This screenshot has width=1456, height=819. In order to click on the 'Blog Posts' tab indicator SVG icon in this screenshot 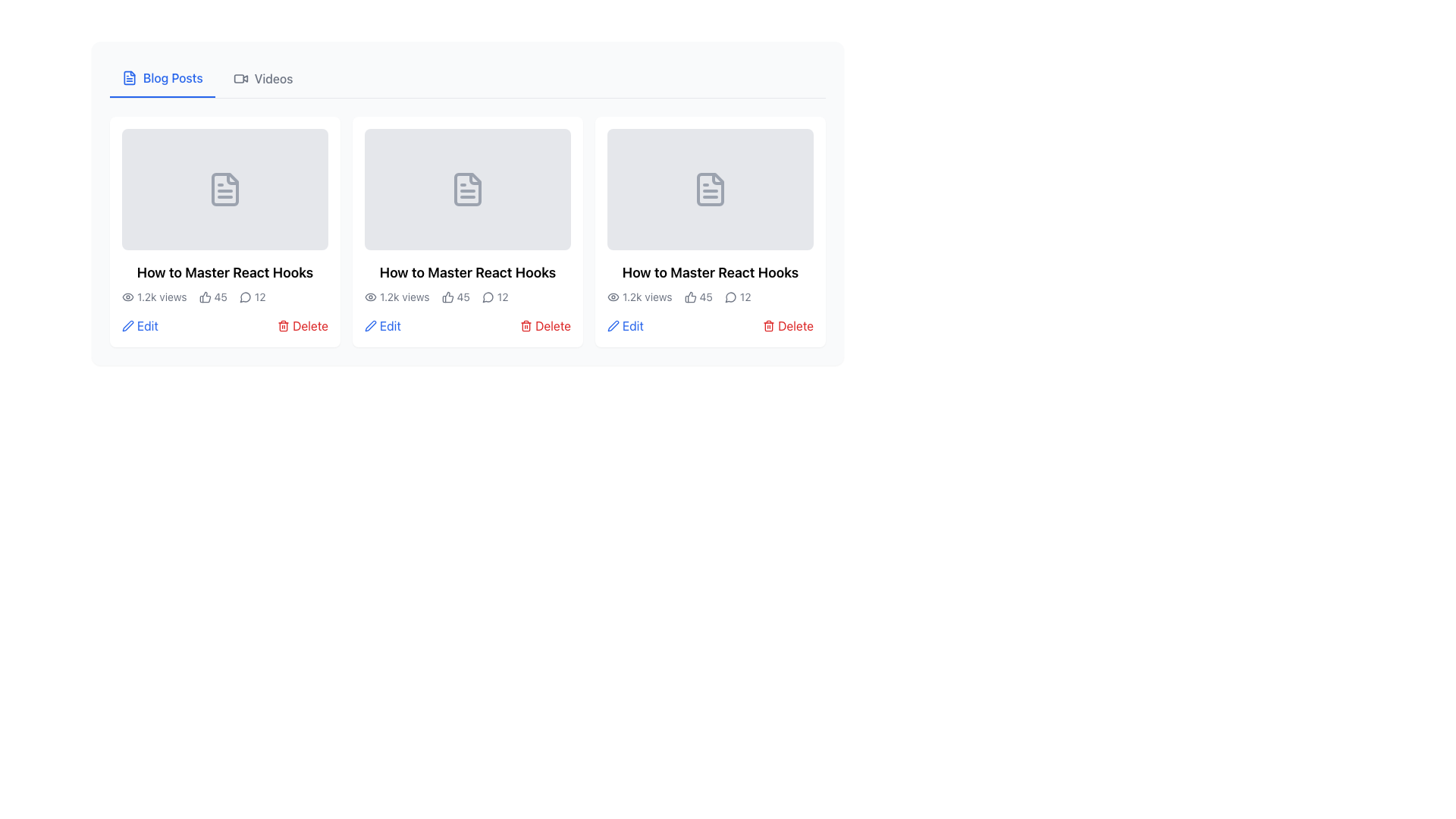, I will do `click(130, 78)`.